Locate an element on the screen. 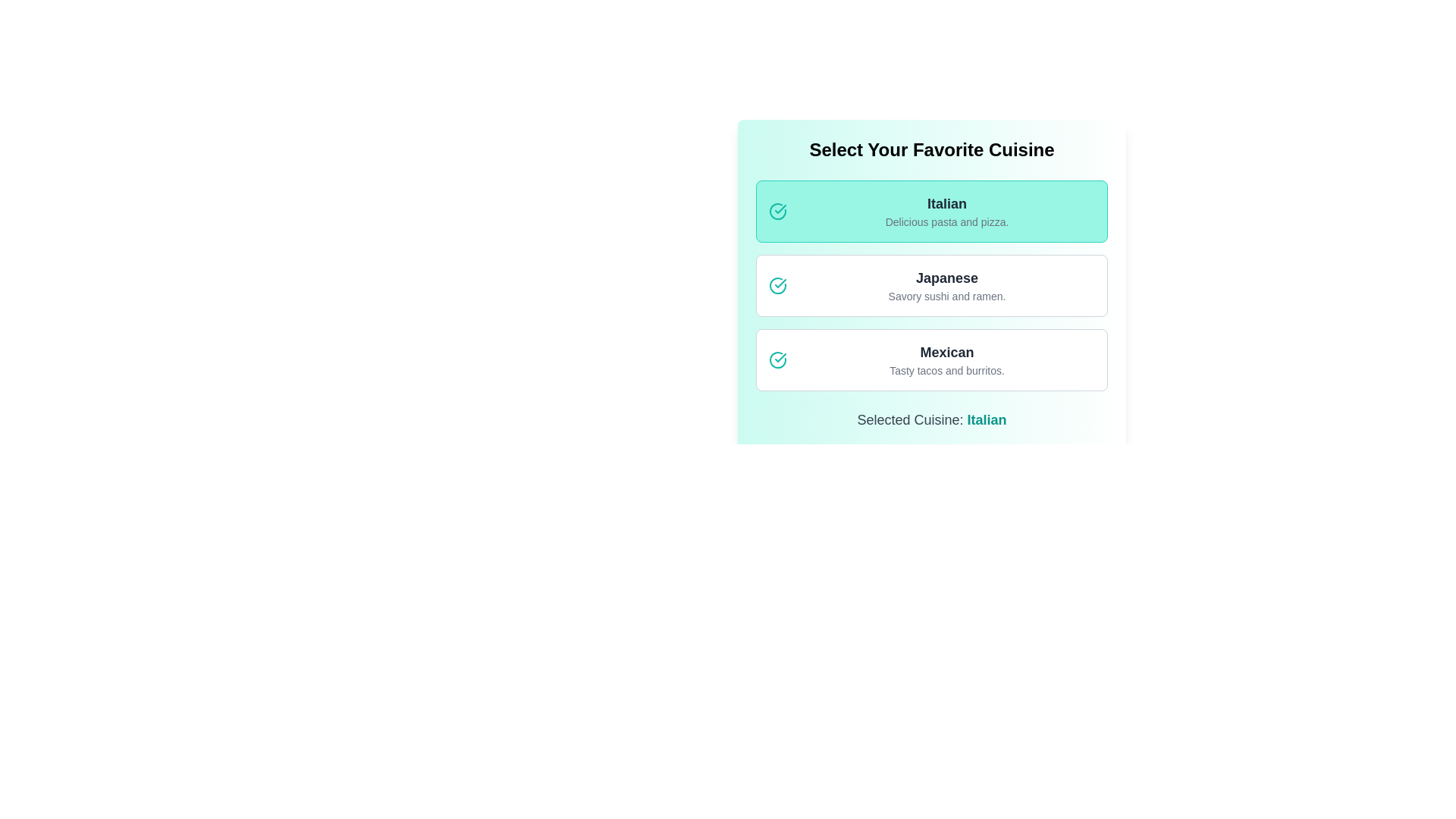 The height and width of the screenshot is (819, 1456). the circular teal check icon that indicates selection for the 'Japanese' choice in the list of options is located at coordinates (778, 286).